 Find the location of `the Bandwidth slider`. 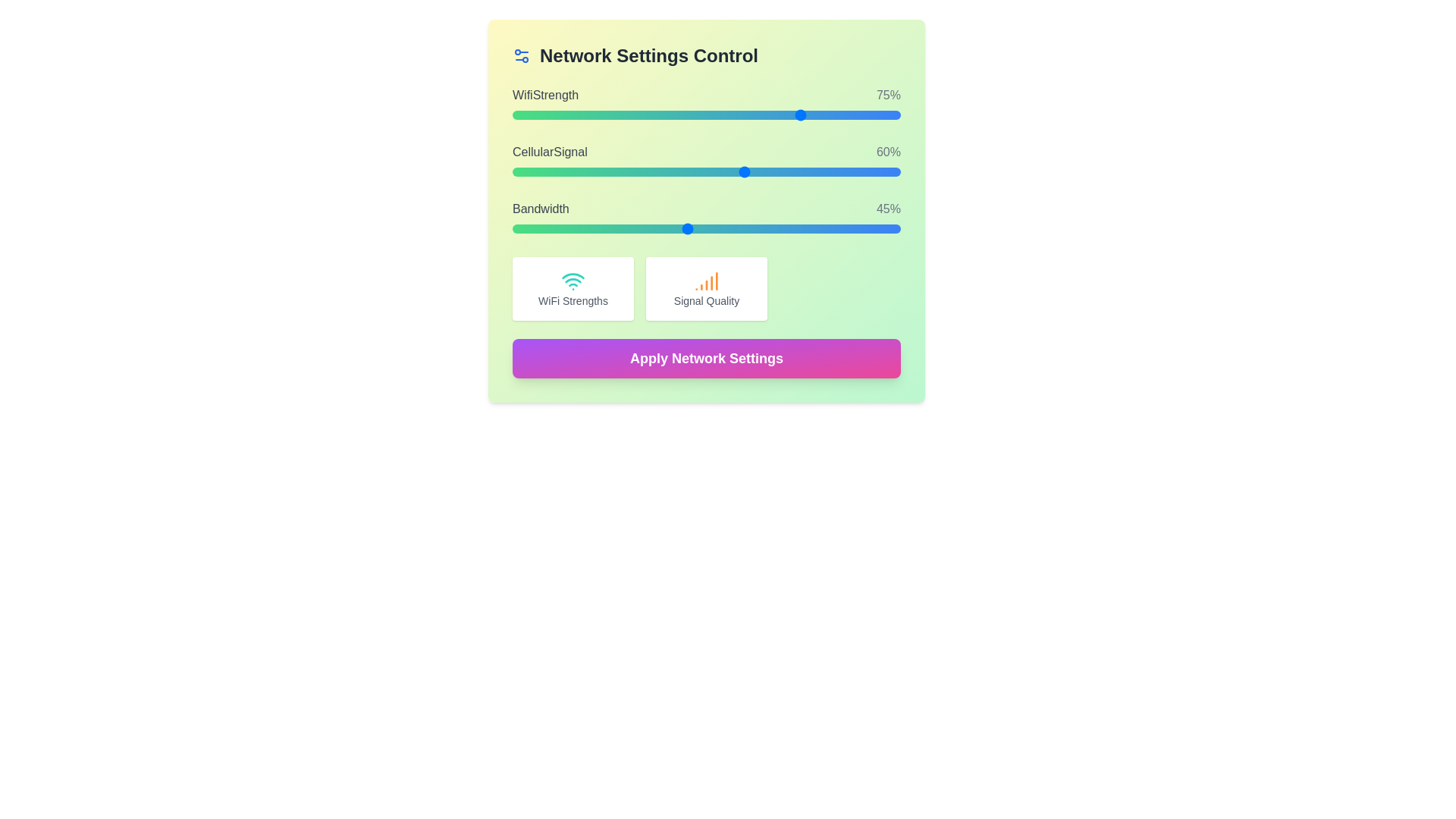

the Bandwidth slider is located at coordinates (866, 228).